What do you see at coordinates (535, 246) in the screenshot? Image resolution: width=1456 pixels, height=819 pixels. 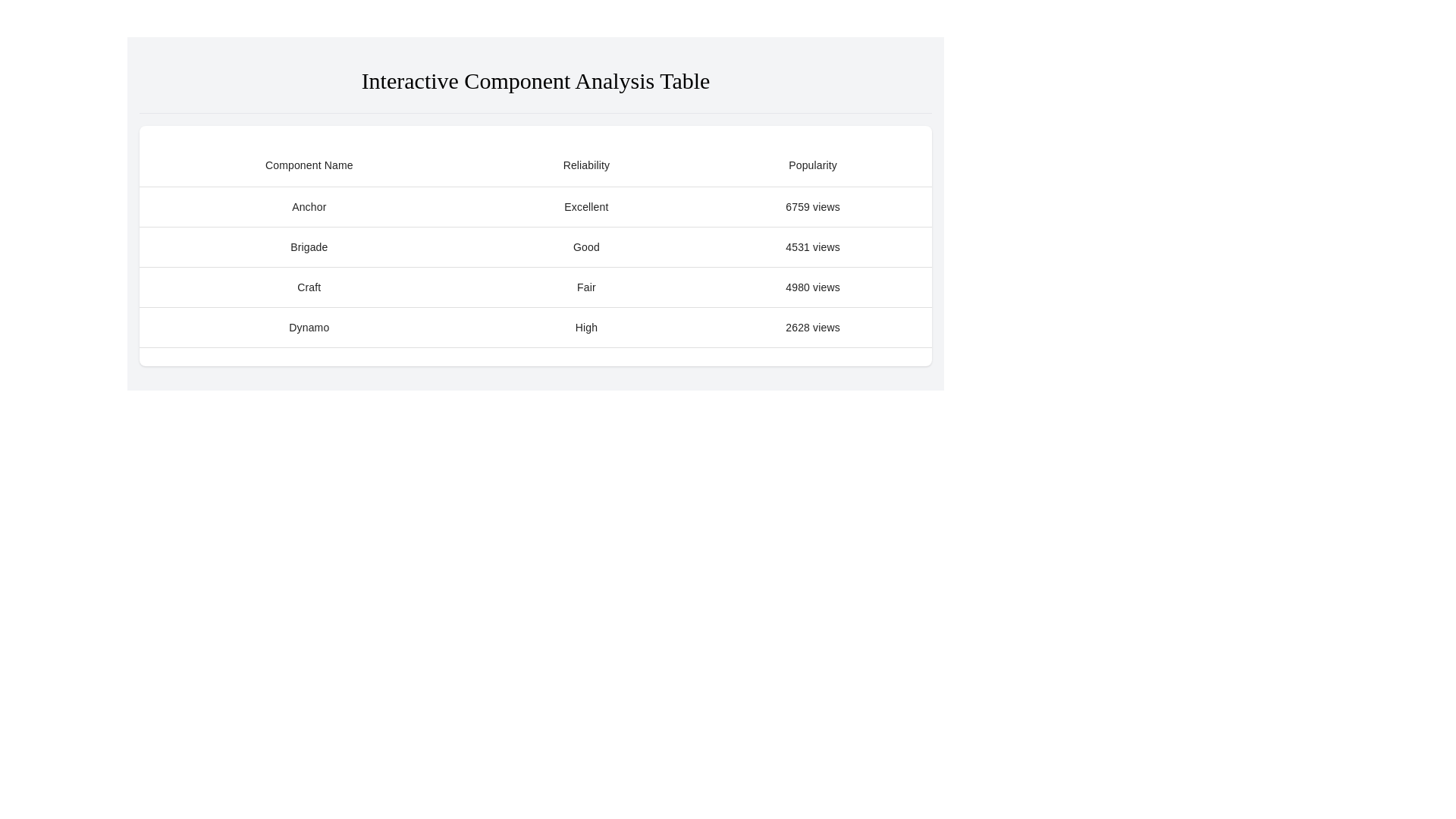 I see `the second row of the table that contains 'Brigade', 'Good', and '4531 views'` at bounding box center [535, 246].